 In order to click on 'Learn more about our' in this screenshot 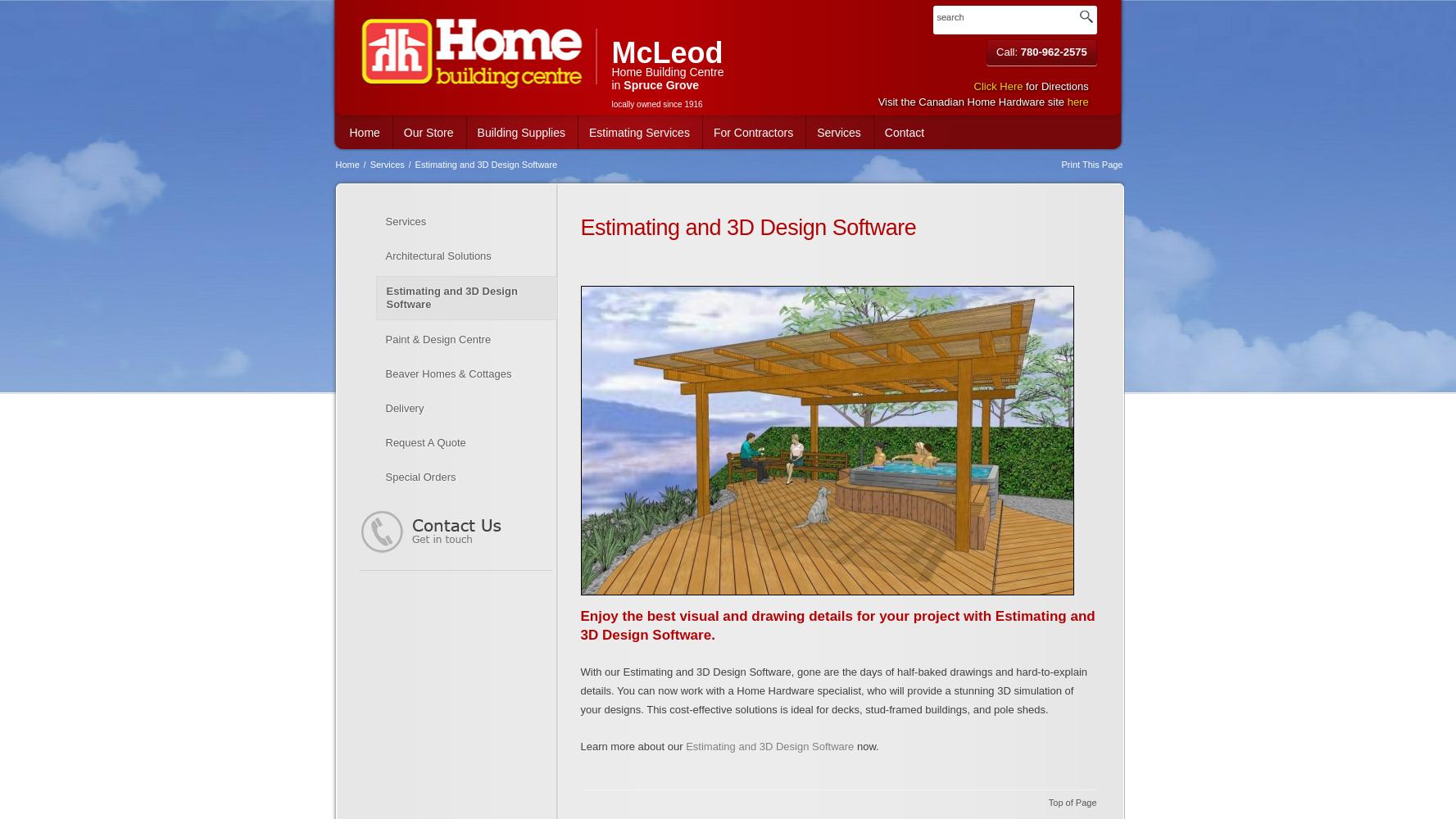, I will do `click(633, 746)`.